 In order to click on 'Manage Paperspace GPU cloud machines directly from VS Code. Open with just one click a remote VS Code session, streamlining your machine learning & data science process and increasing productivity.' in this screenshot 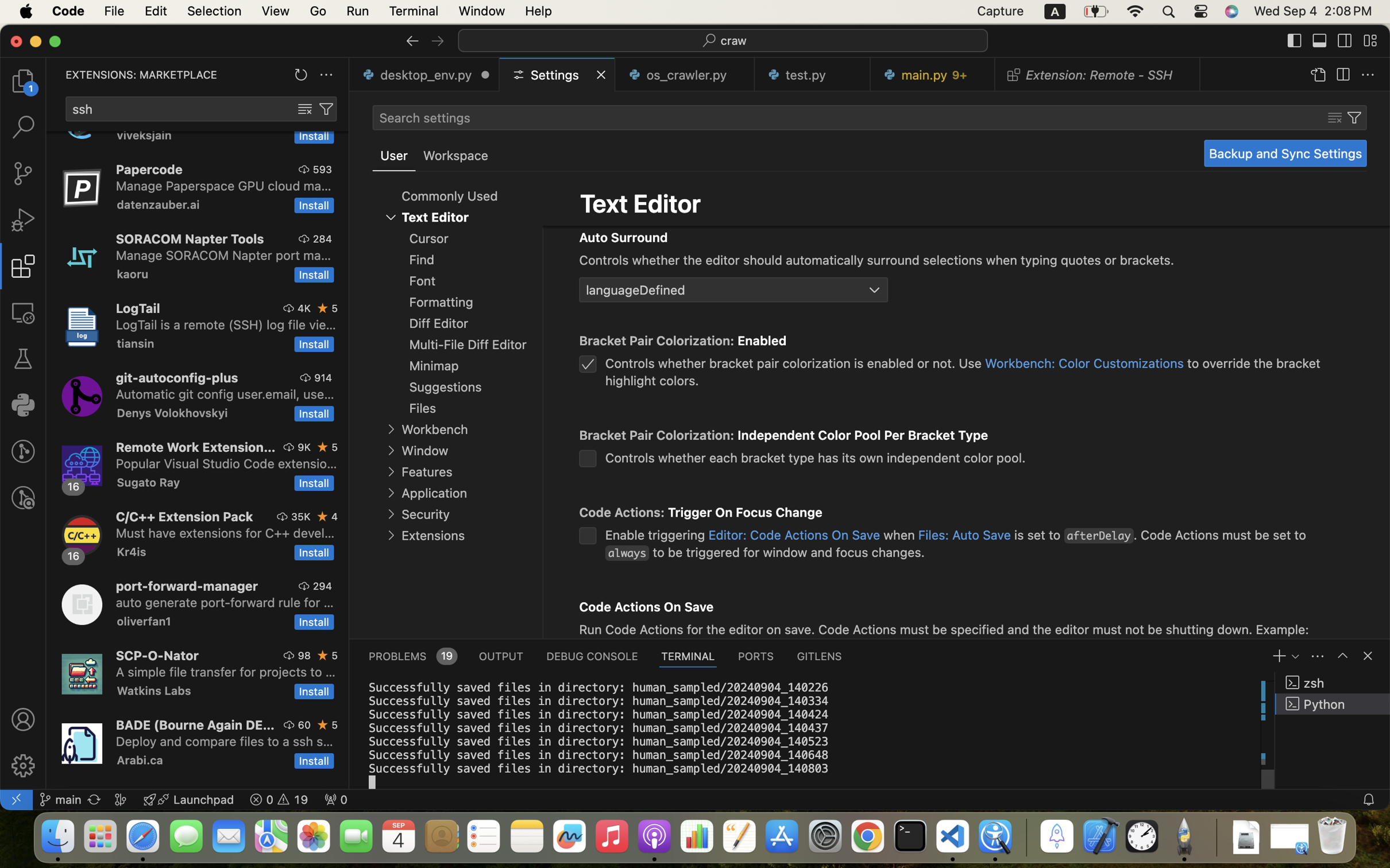, I will do `click(223, 185)`.